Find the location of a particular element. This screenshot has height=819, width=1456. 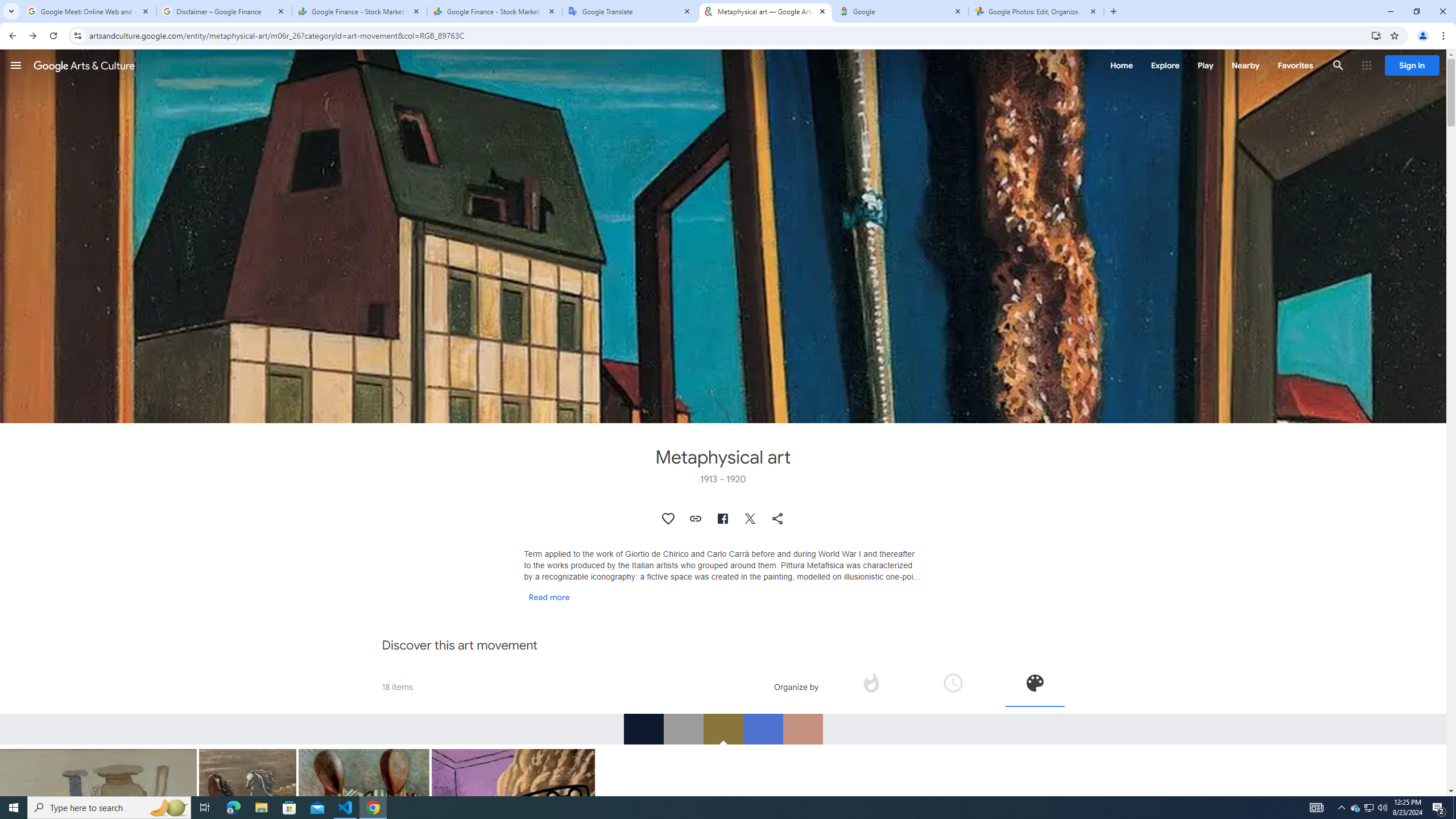

'Favorites' is located at coordinates (1294, 65).